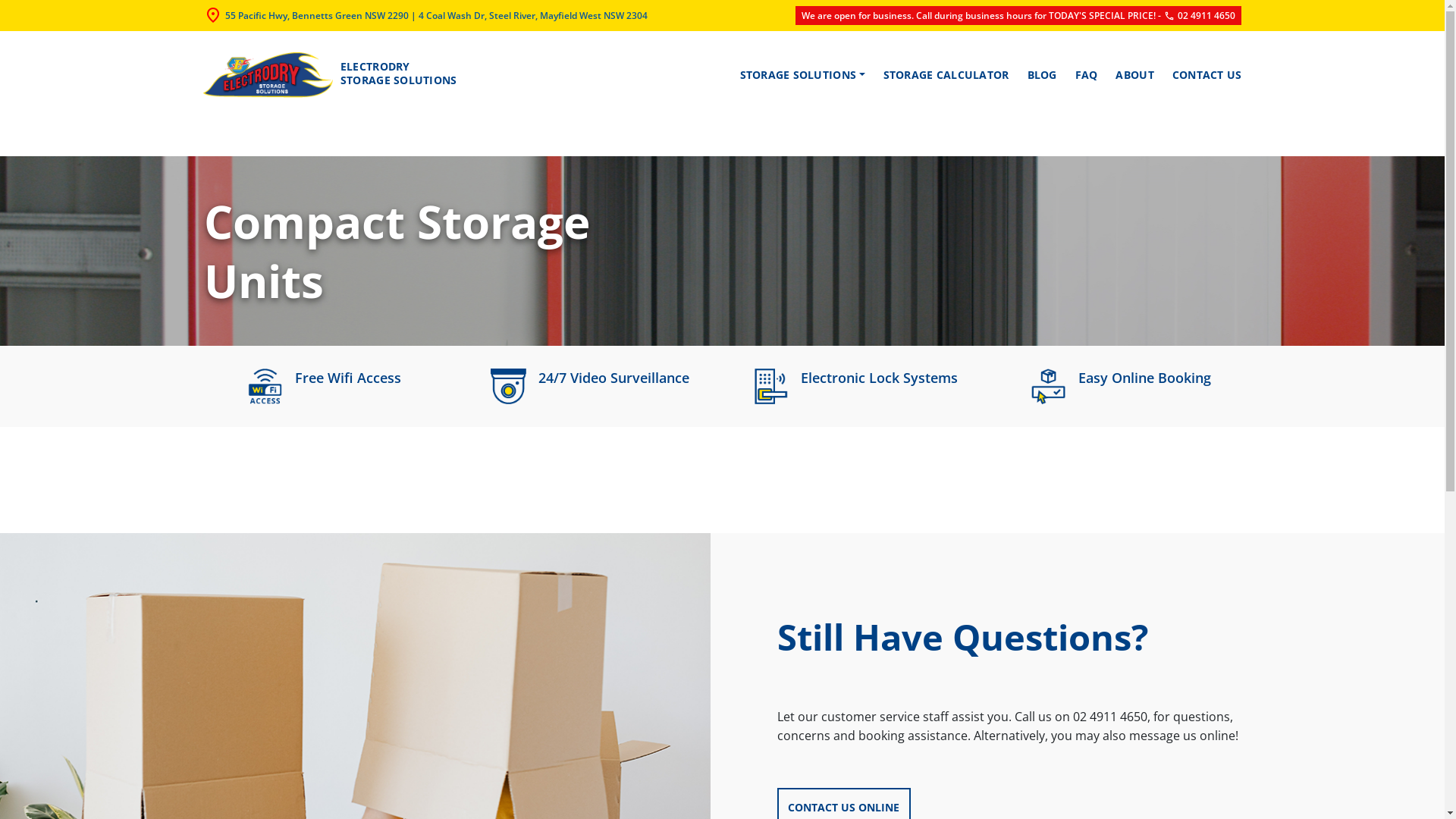 Image resolution: width=1456 pixels, height=819 pixels. I want to click on 'STORAGE CALCULATOR', so click(946, 75).